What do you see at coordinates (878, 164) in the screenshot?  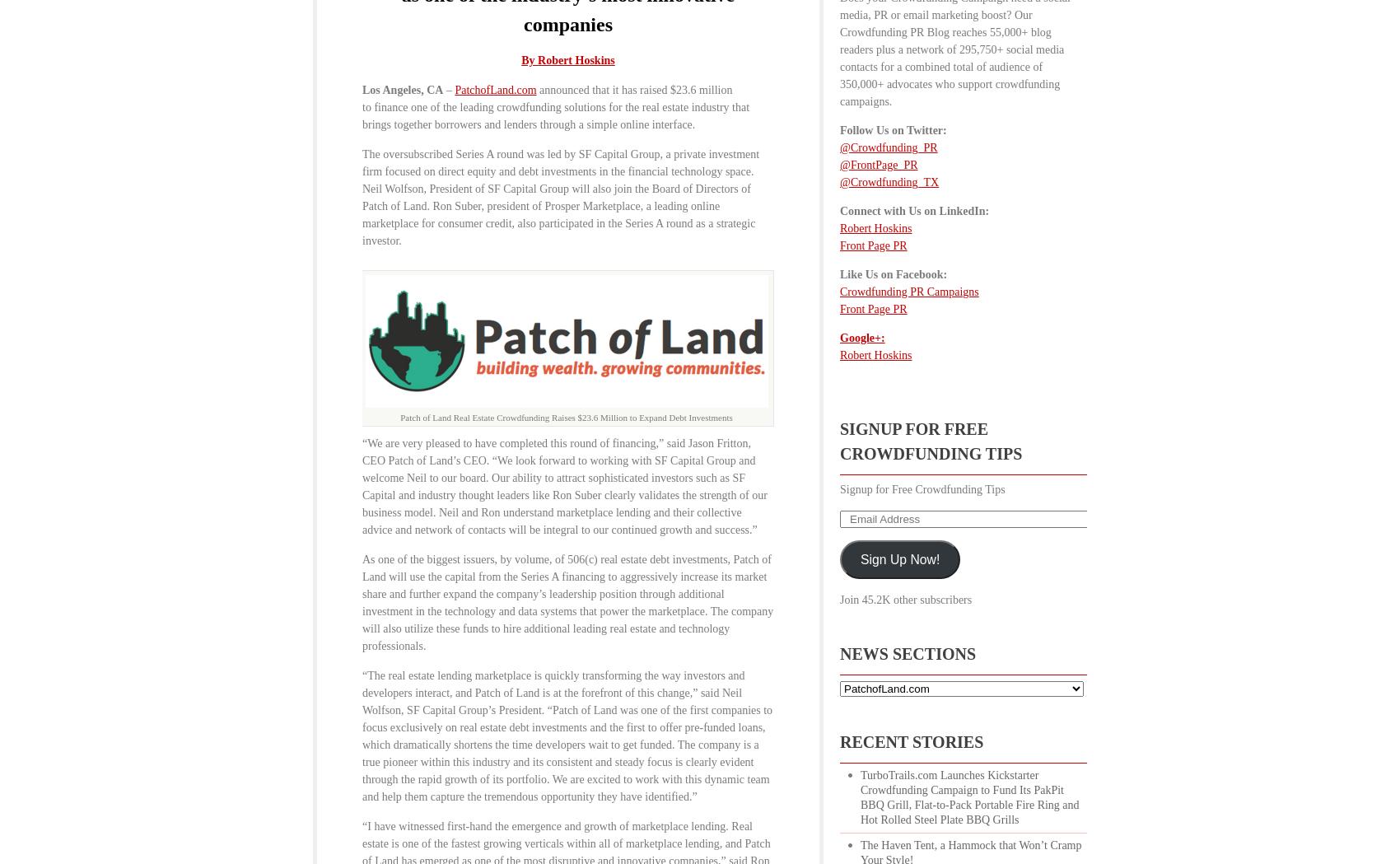 I see `'@FrontPage_PR'` at bounding box center [878, 164].